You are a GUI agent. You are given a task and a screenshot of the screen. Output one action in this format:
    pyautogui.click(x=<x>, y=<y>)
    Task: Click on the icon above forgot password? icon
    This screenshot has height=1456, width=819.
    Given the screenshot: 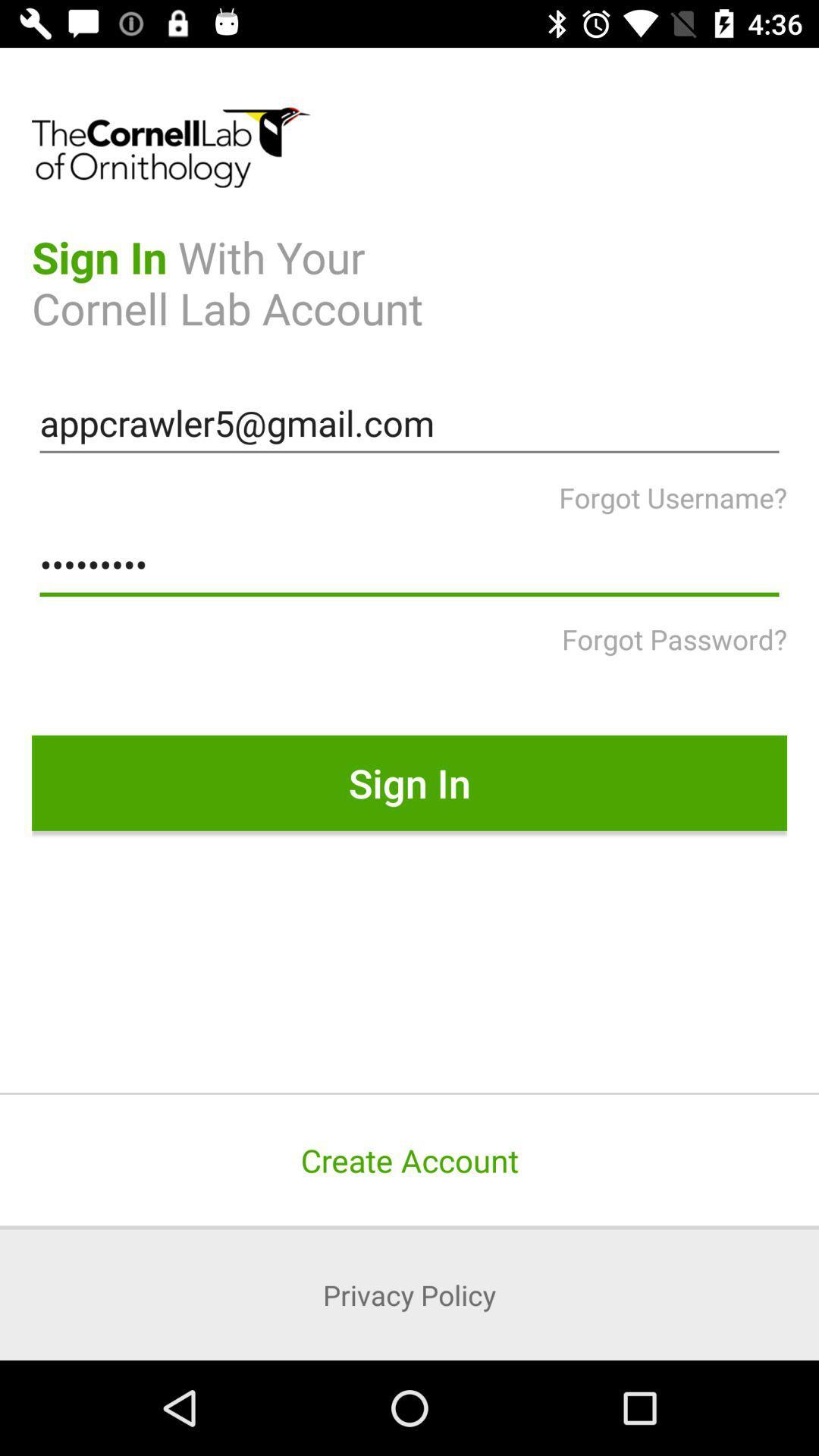 What is the action you would take?
    pyautogui.click(x=409, y=564)
    